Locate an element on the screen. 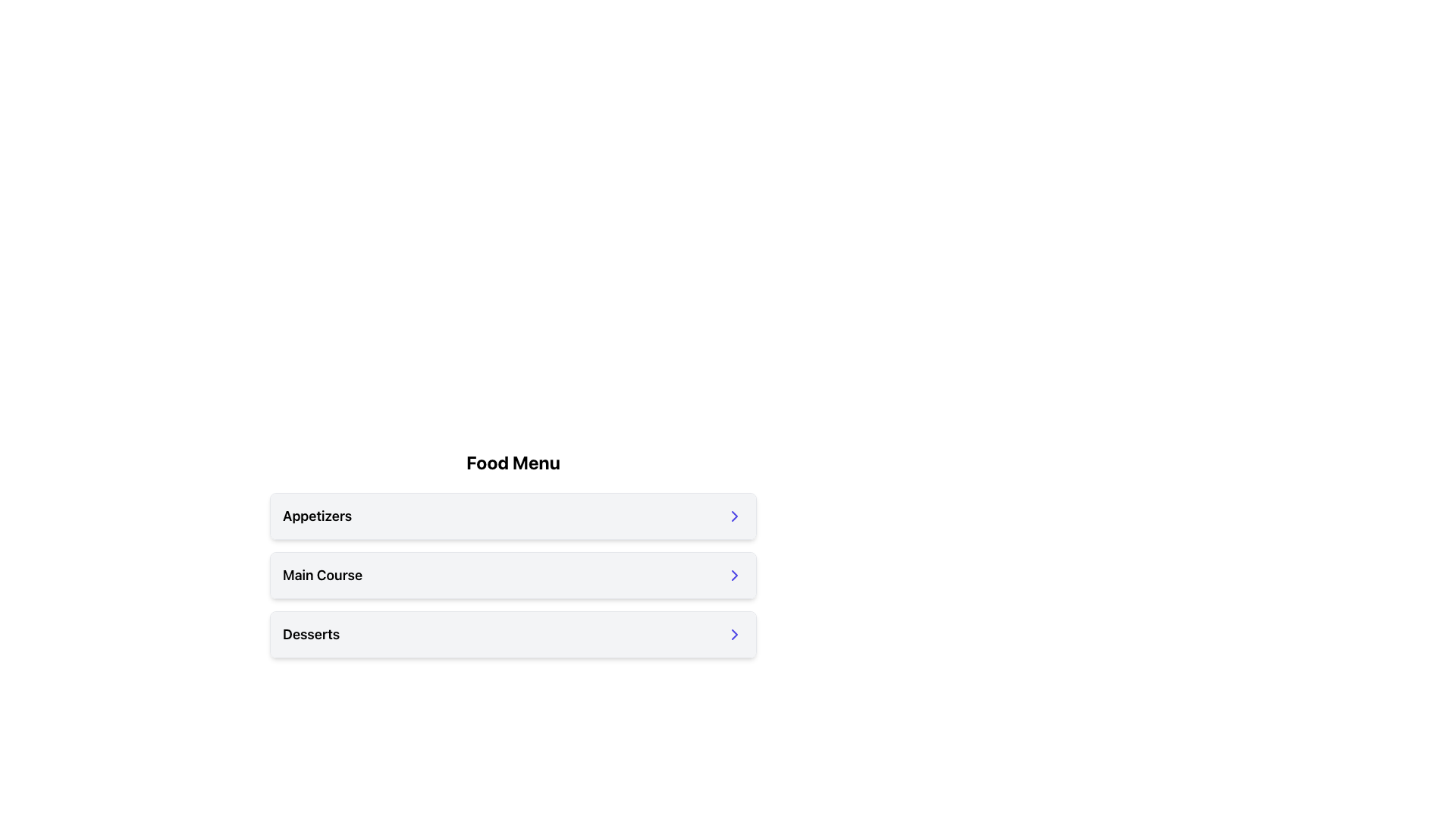 This screenshot has height=819, width=1456. the 'Desserts' static text label which serves as the title for the desserts section of the menu is located at coordinates (310, 635).